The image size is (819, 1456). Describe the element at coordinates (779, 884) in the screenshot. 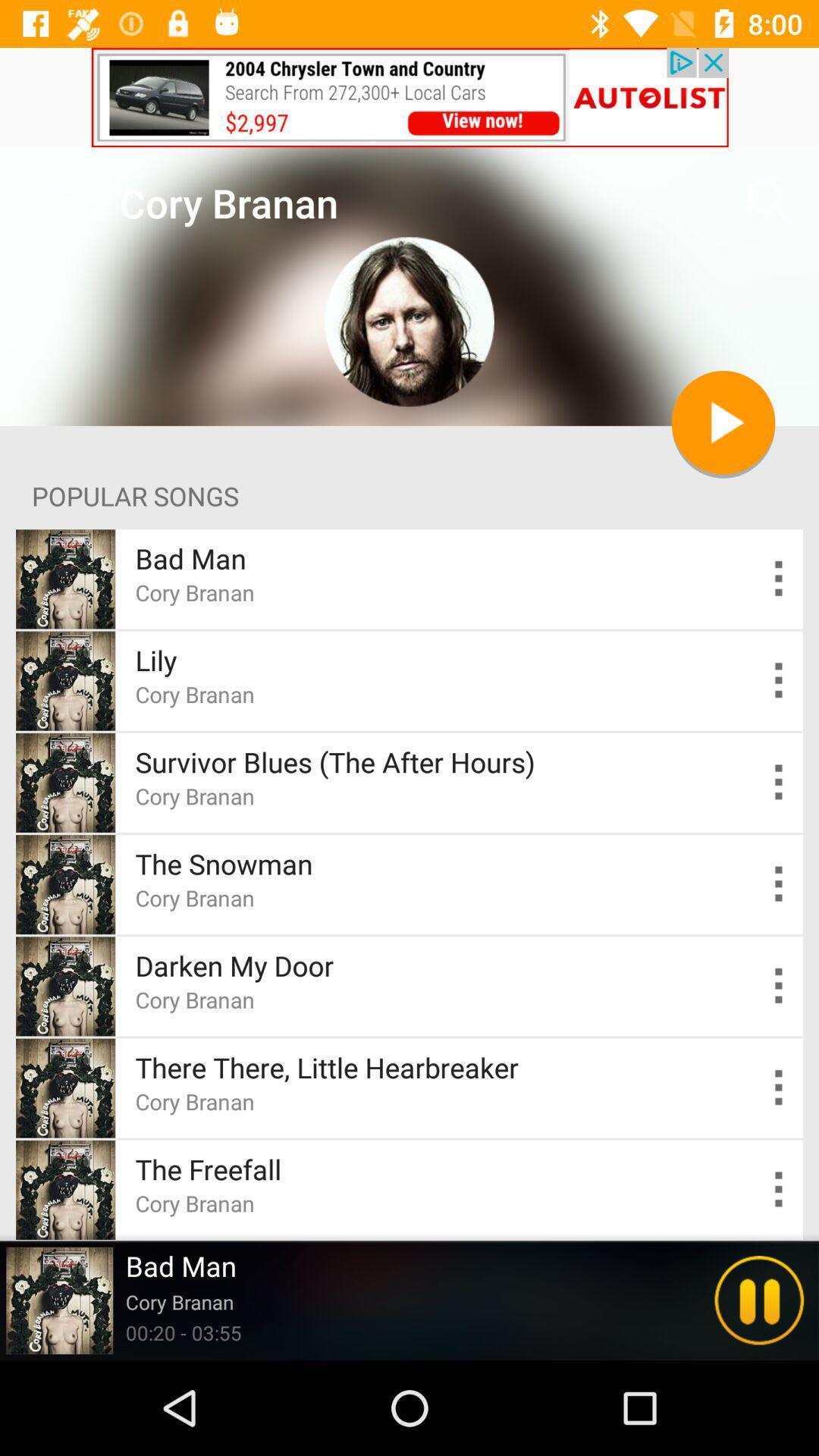

I see `the more icon` at that location.